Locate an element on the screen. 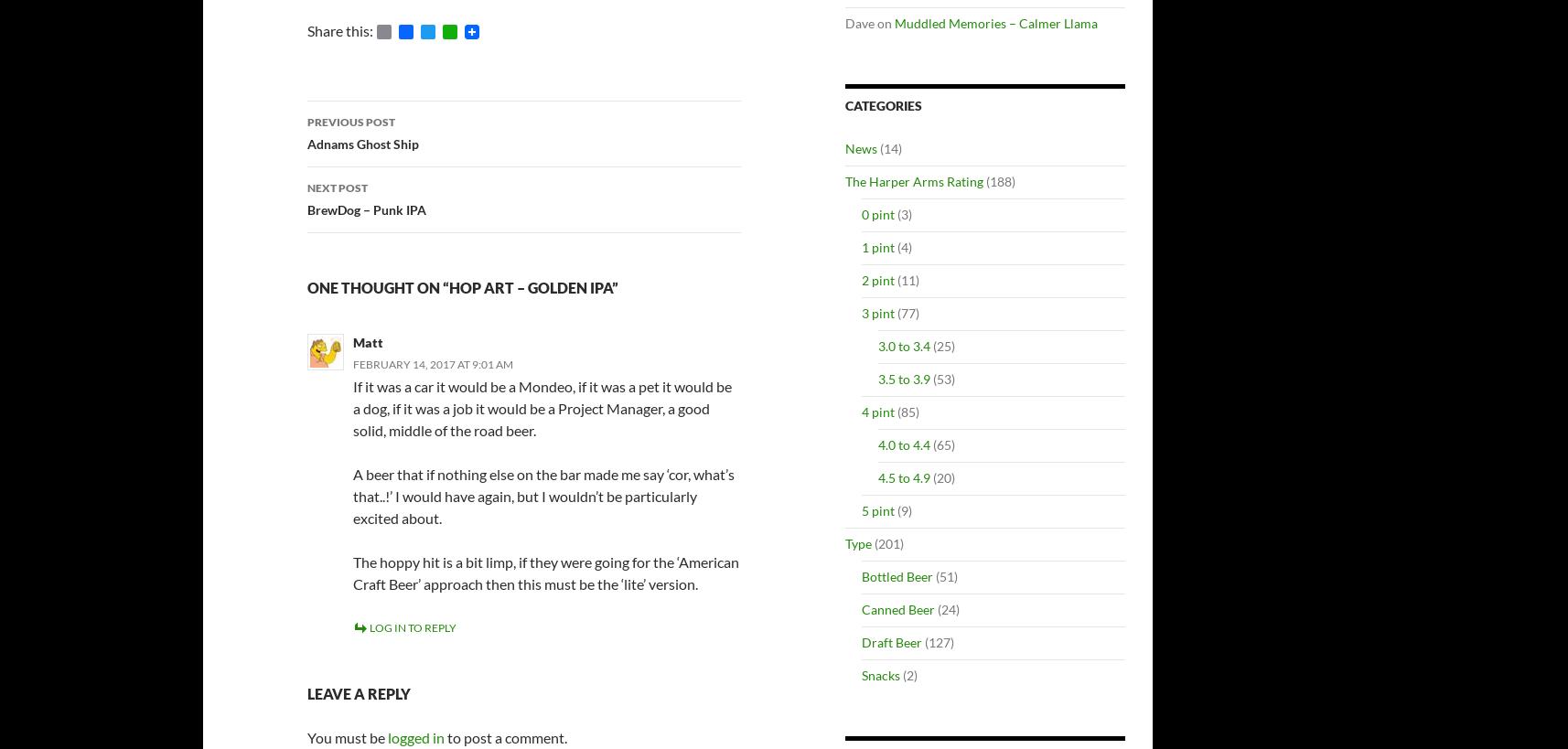 This screenshot has width=1568, height=749. 'Dave' is located at coordinates (858, 22).